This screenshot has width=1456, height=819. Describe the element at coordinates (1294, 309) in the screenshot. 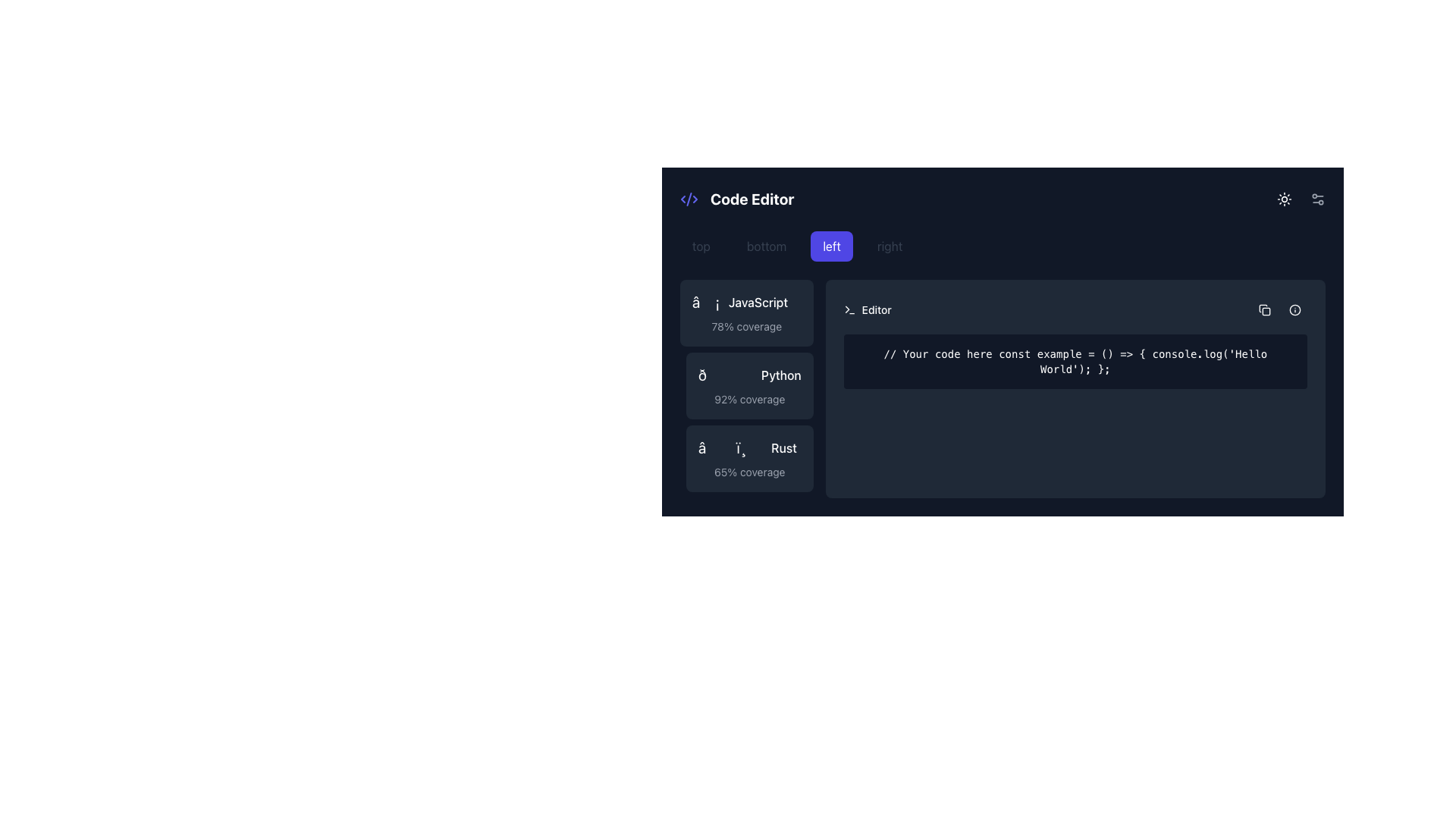

I see `the circular shape representing the information icon, which is visually isolated and located in the top-right corner of the interface` at that location.